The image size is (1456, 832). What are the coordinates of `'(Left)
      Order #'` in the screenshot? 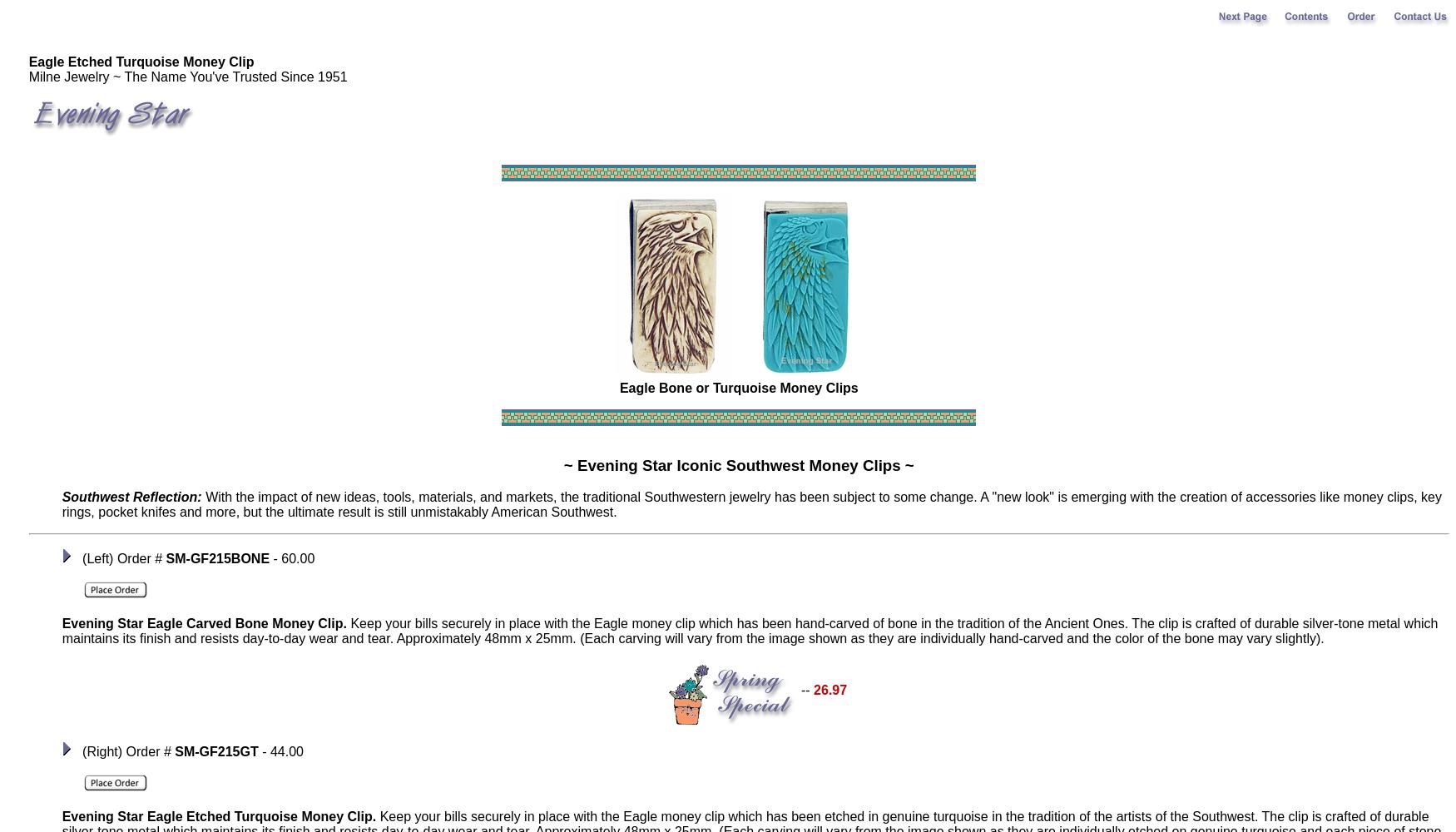 It's located at (121, 558).